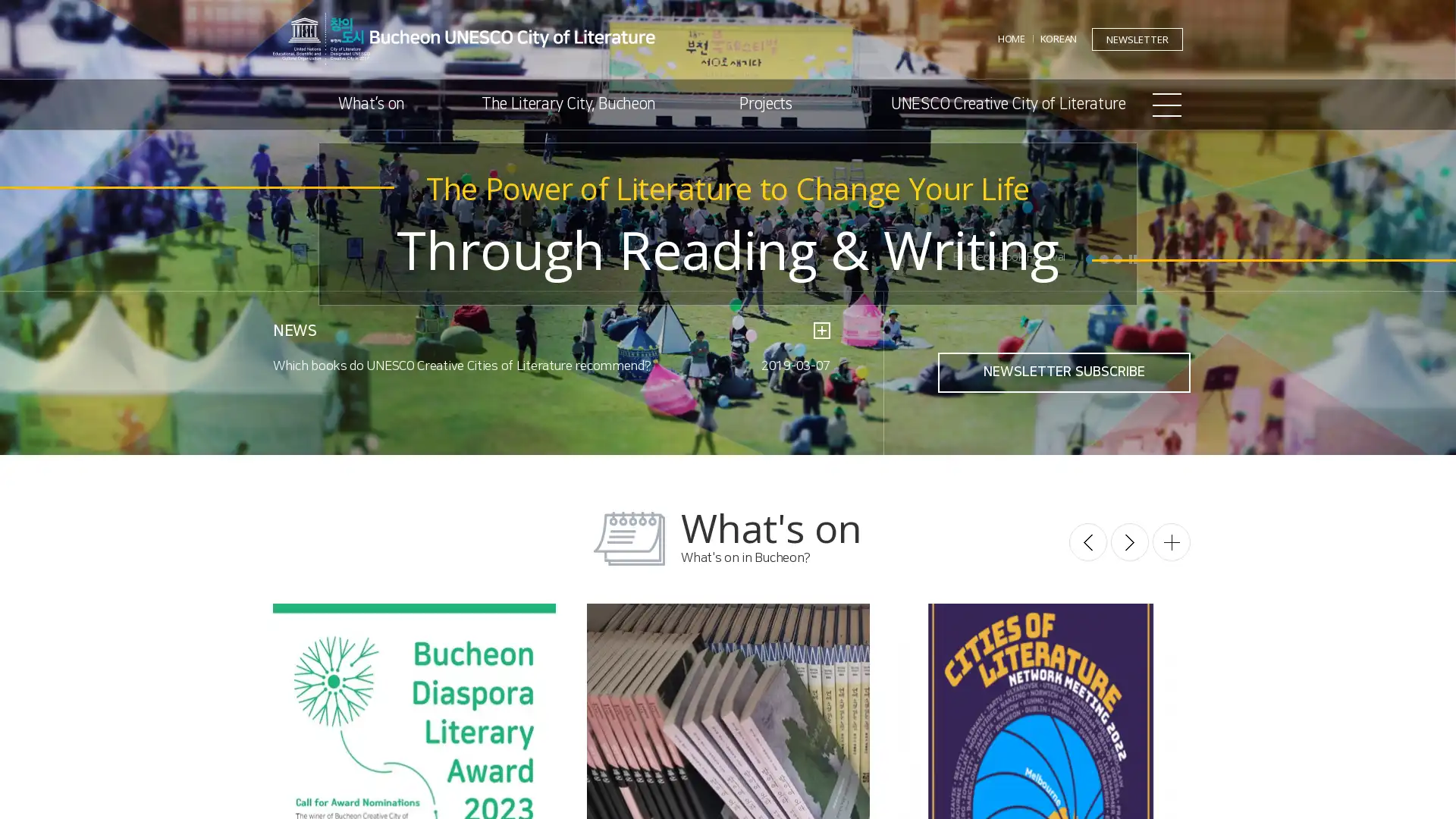  What do you see at coordinates (1137, 38) in the screenshot?
I see `NEWSLETTER` at bounding box center [1137, 38].